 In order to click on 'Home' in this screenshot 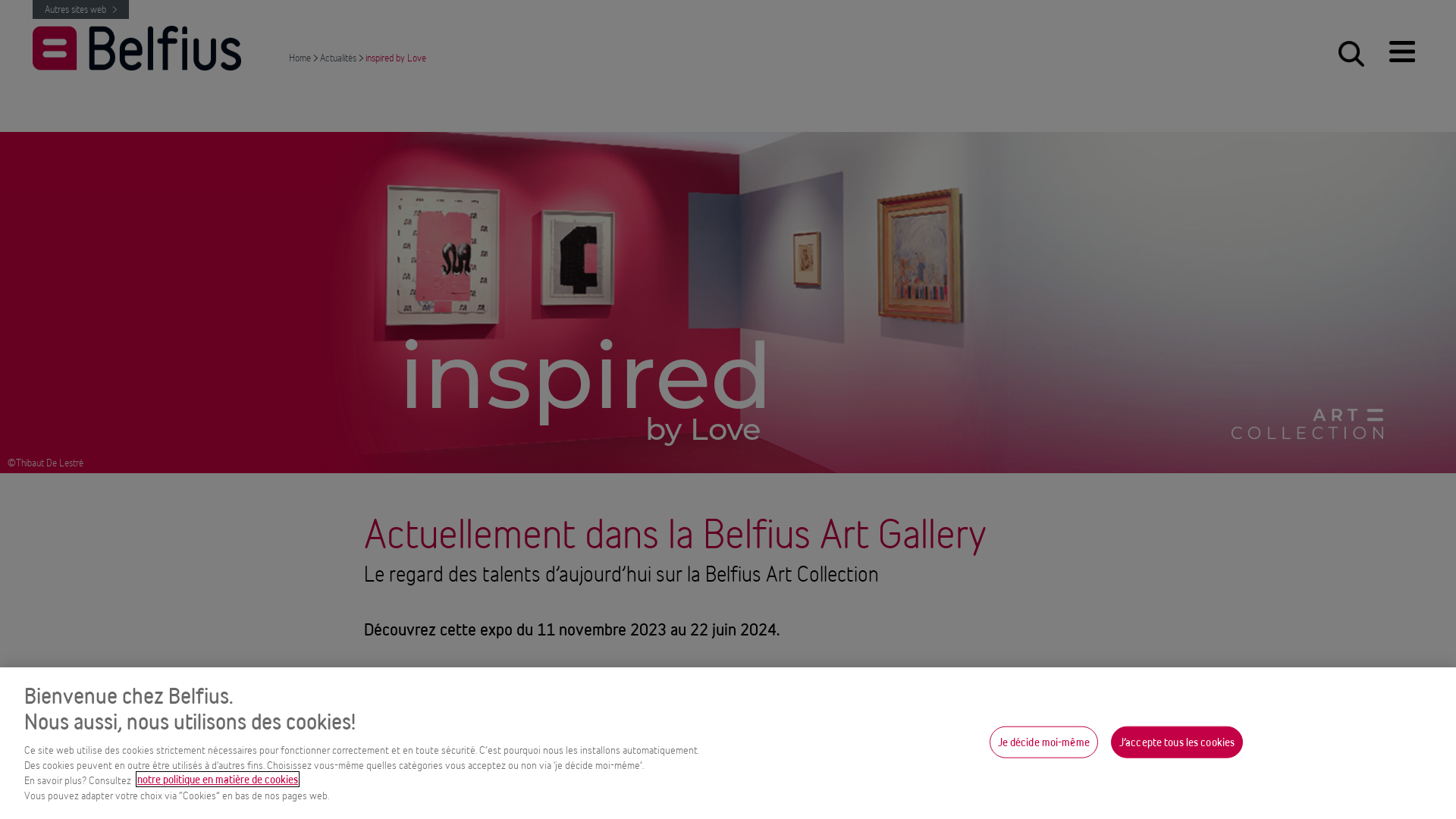, I will do `click(288, 55)`.